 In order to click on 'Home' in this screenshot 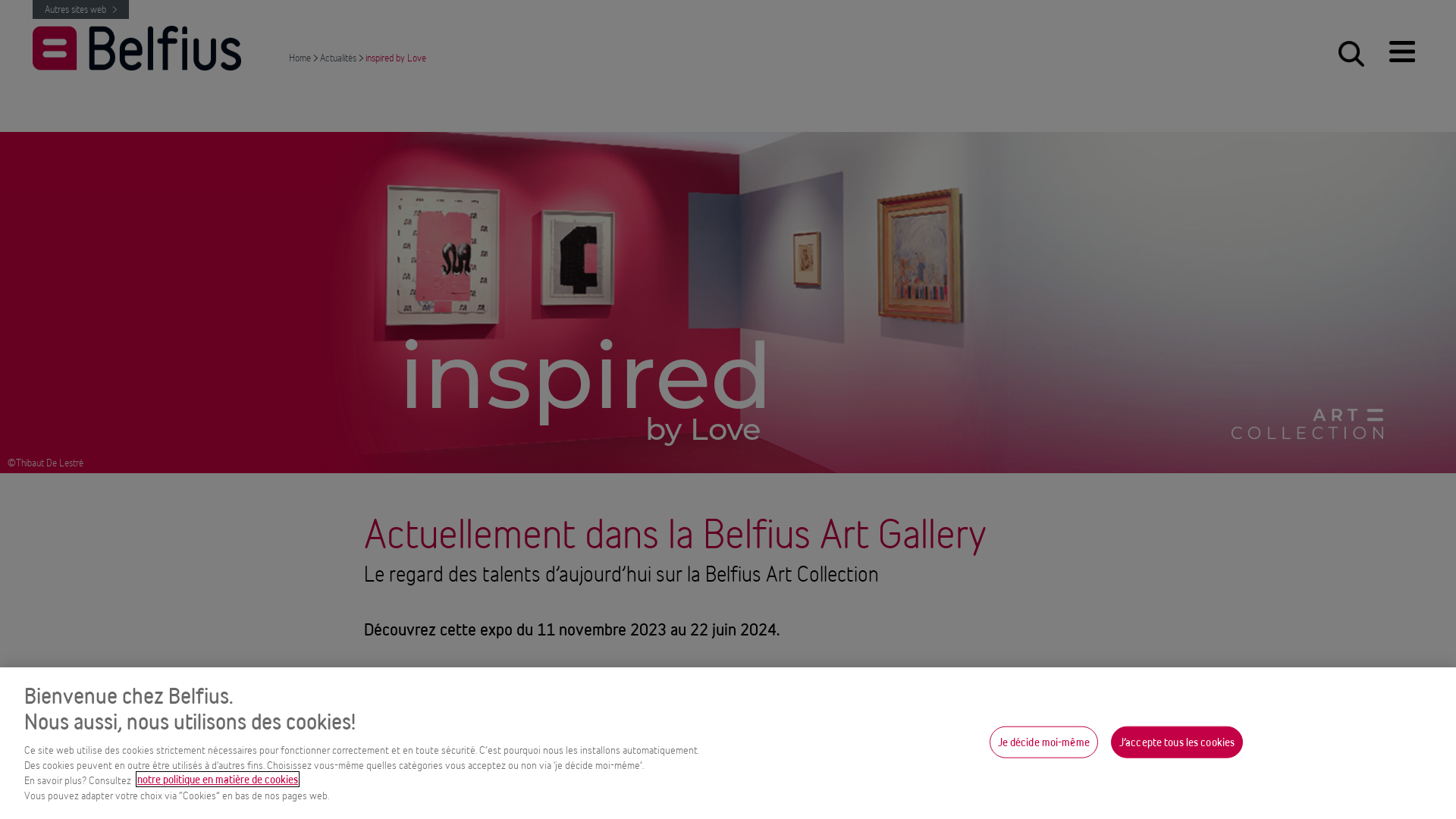, I will do `click(288, 55)`.